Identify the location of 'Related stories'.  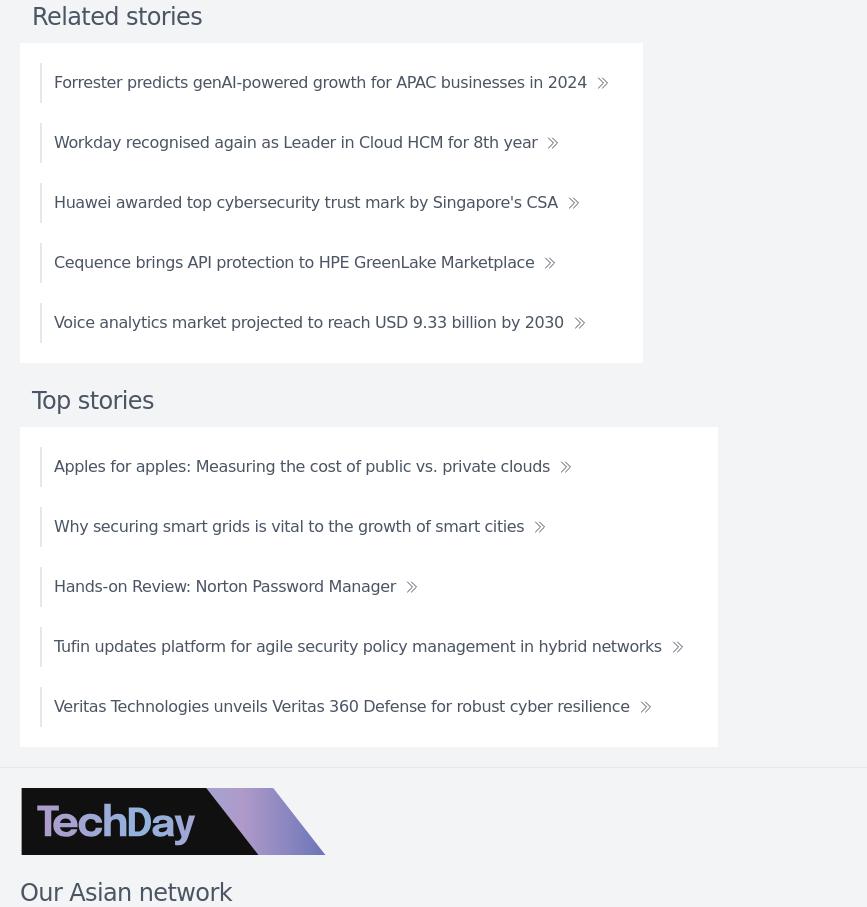
(116, 14).